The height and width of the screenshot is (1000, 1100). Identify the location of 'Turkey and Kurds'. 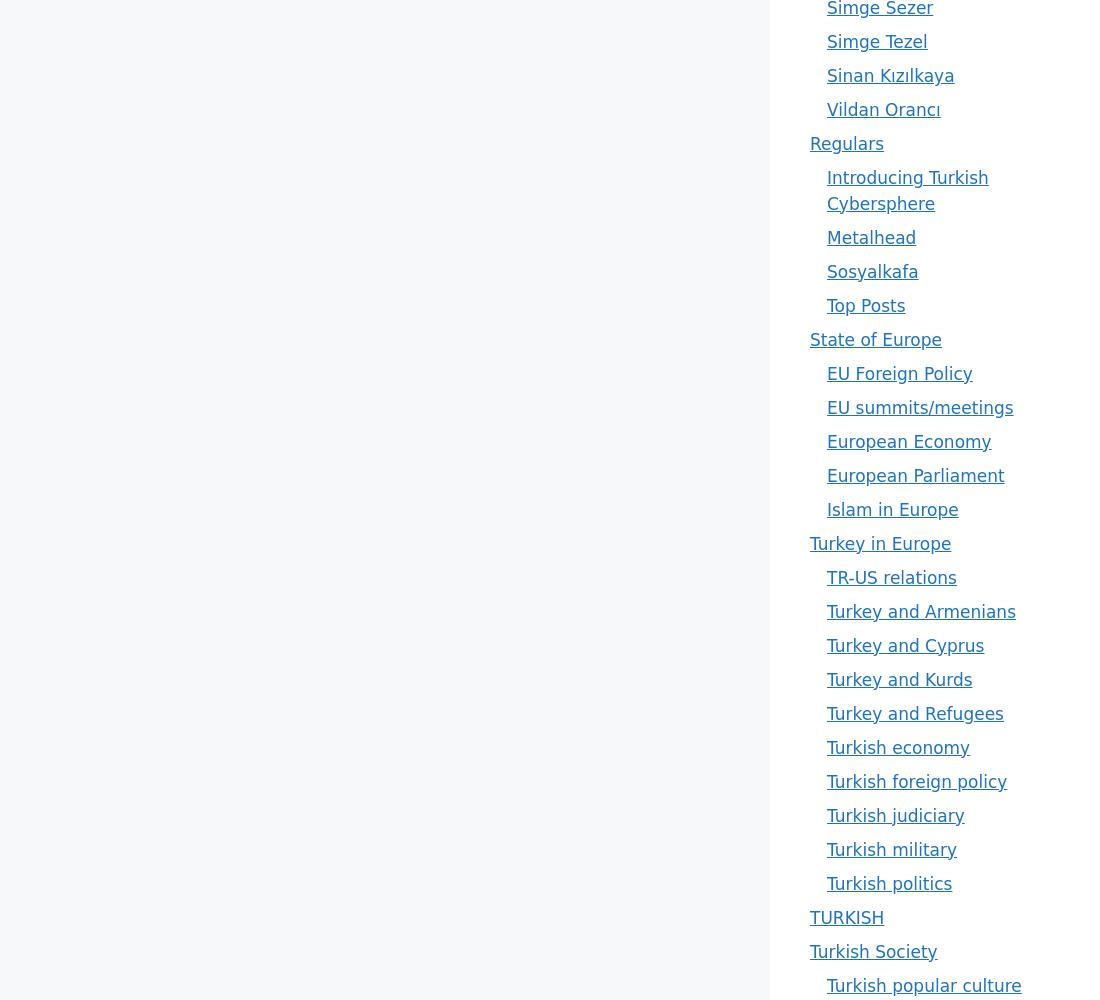
(899, 679).